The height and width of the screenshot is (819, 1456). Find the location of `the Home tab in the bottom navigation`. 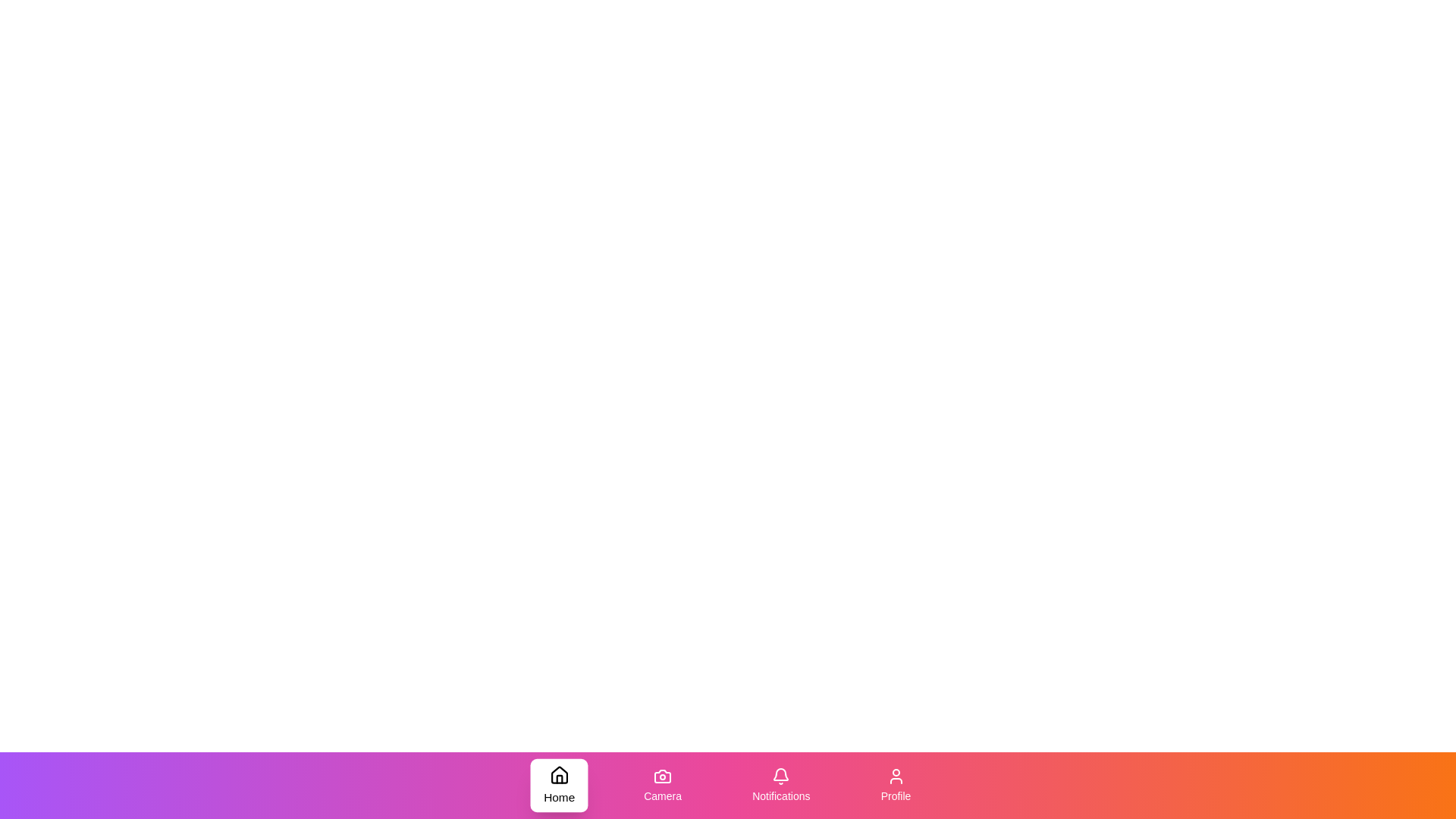

the Home tab in the bottom navigation is located at coordinates (558, 785).